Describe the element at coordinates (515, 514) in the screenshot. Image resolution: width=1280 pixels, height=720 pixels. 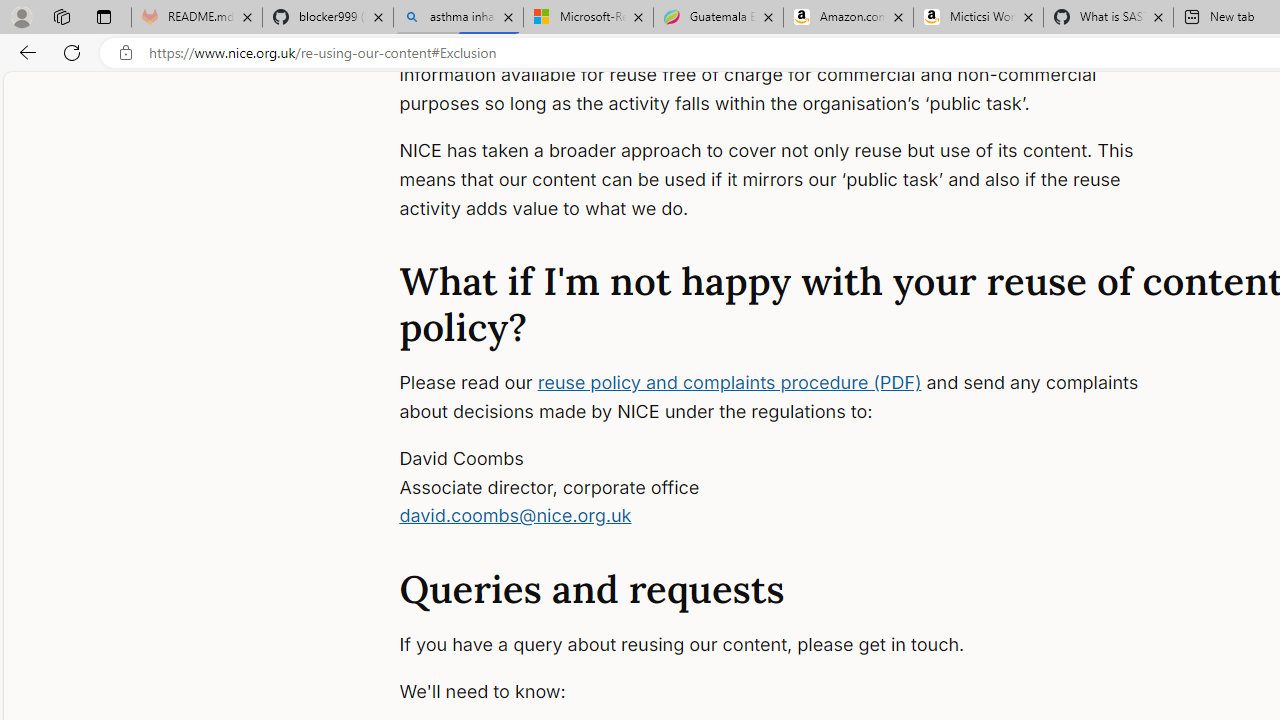
I see `'david.coombs@nice.org.uk'` at that location.